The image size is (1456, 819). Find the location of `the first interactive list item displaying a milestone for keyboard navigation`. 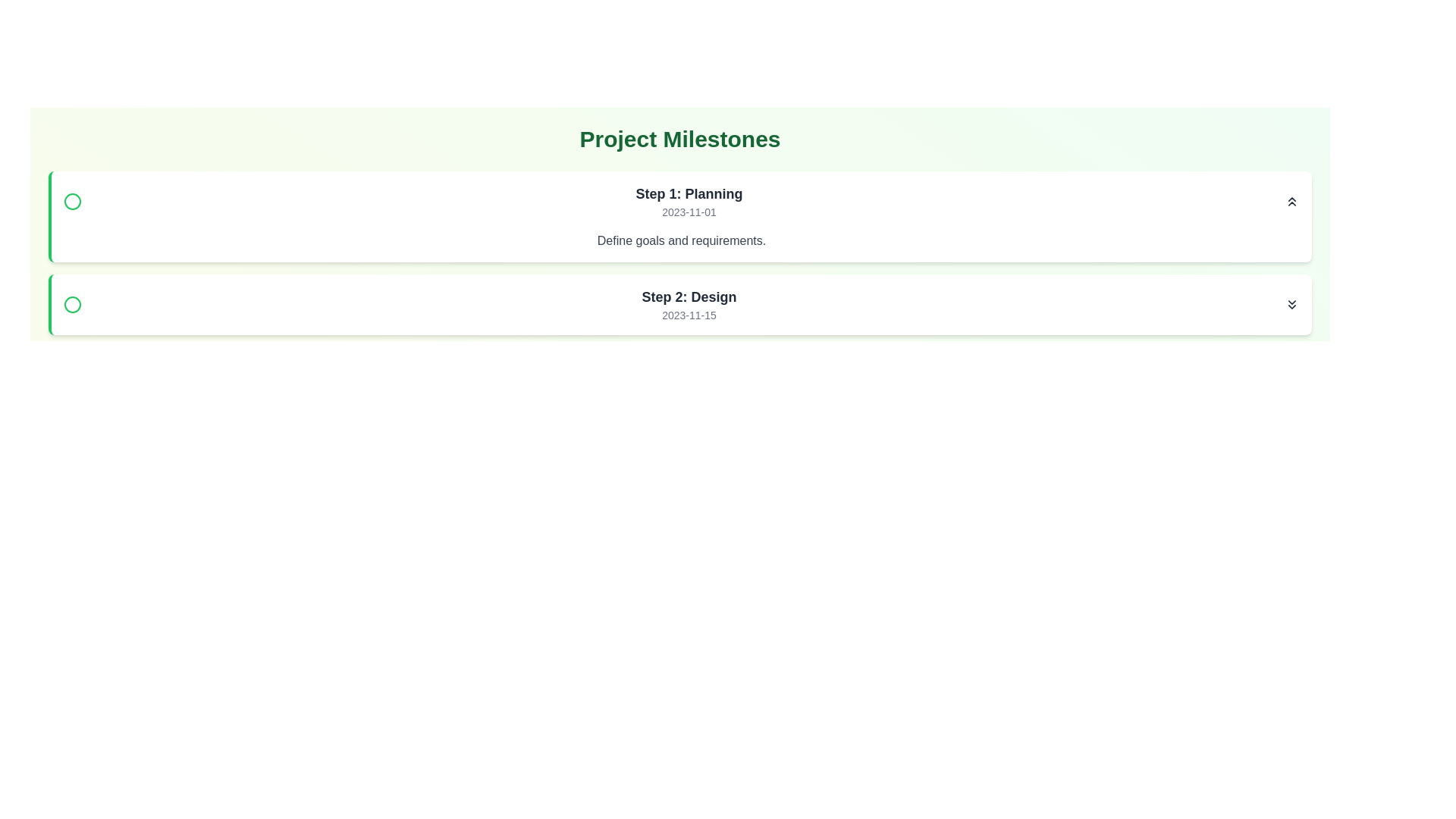

the first interactive list item displaying a milestone for keyboard navigation is located at coordinates (680, 201).